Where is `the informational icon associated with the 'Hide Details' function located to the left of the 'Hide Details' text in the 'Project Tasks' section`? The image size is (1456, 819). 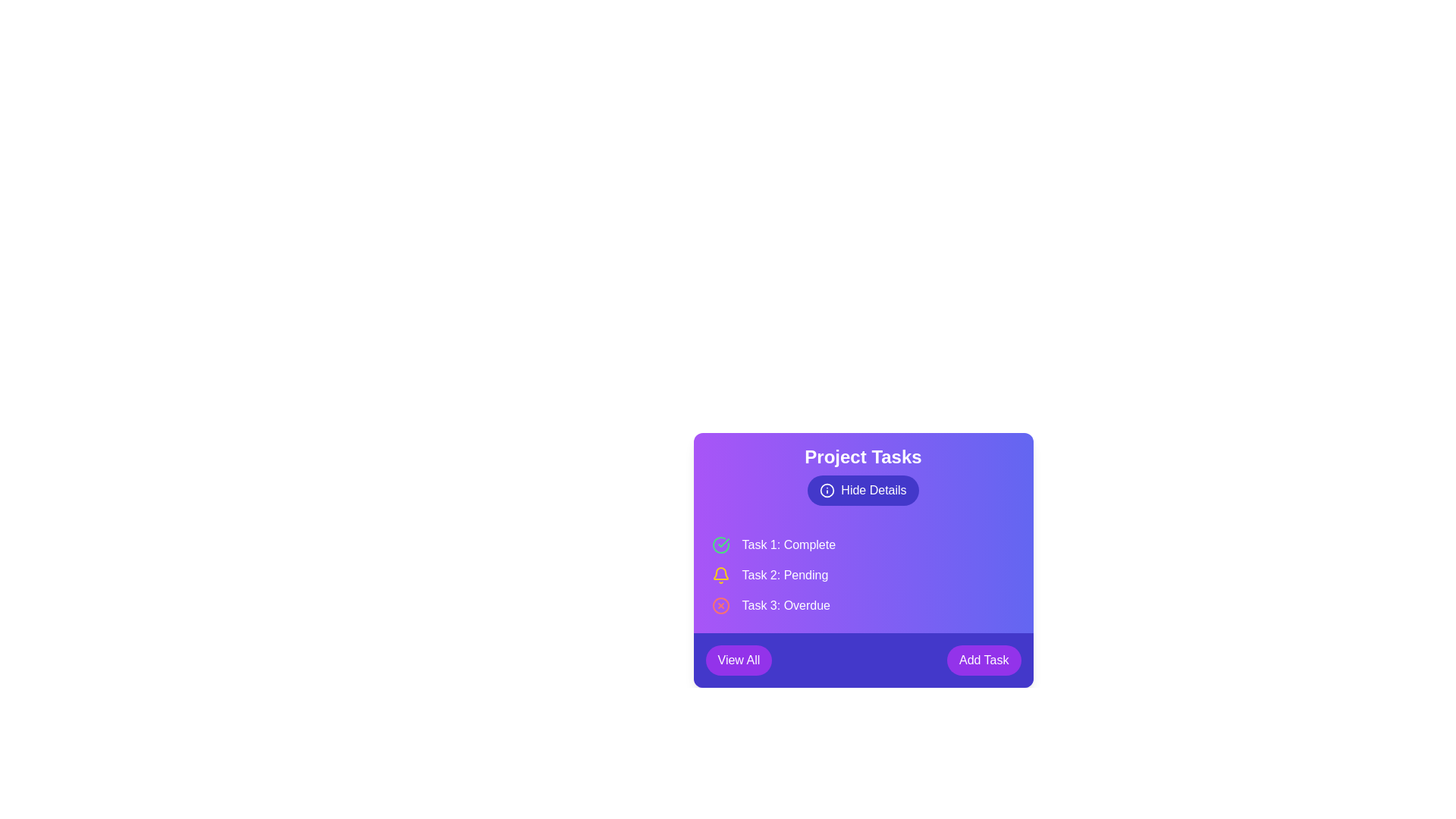 the informational icon associated with the 'Hide Details' function located to the left of the 'Hide Details' text in the 'Project Tasks' section is located at coordinates (827, 491).